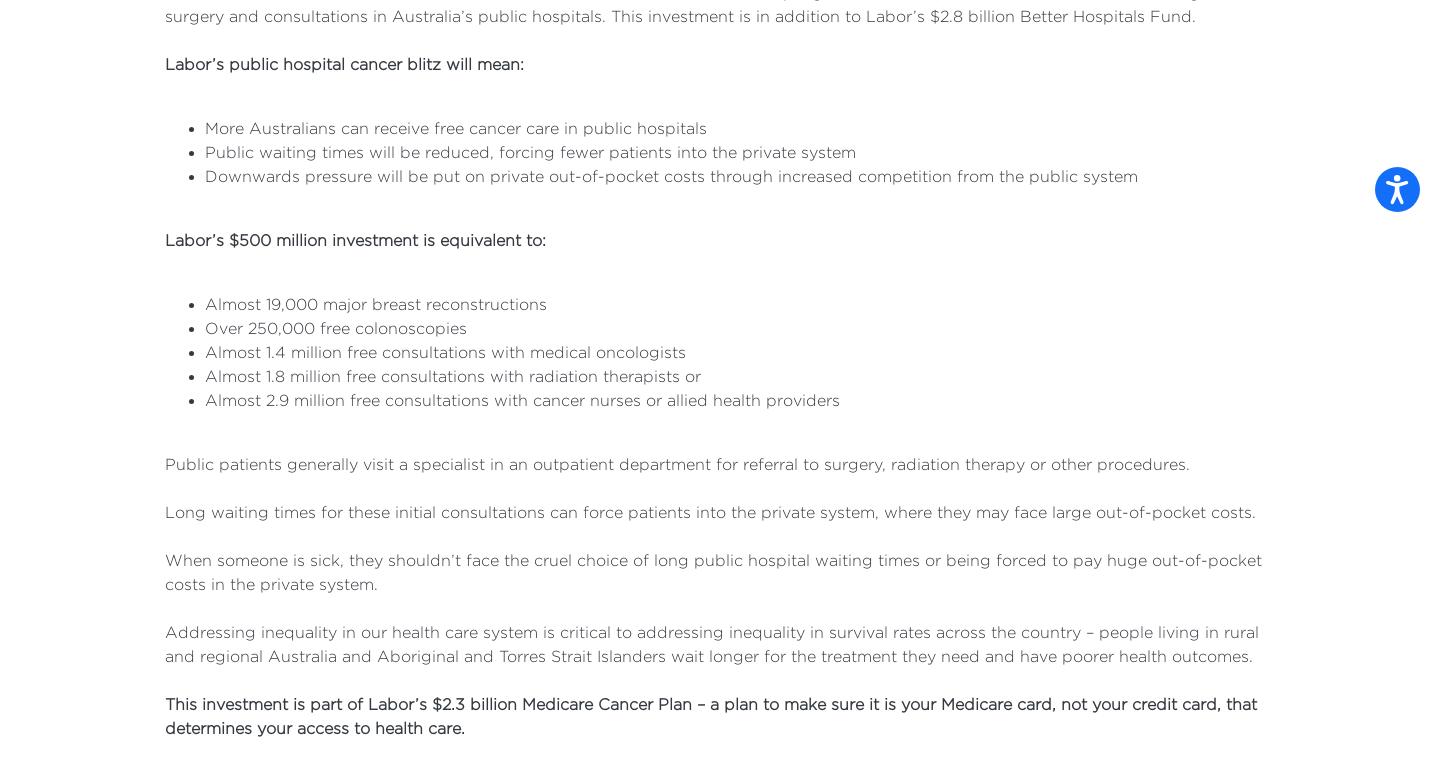  I want to click on 'Almost 1.8 million free consultations with radiation therapists or', so click(453, 375).